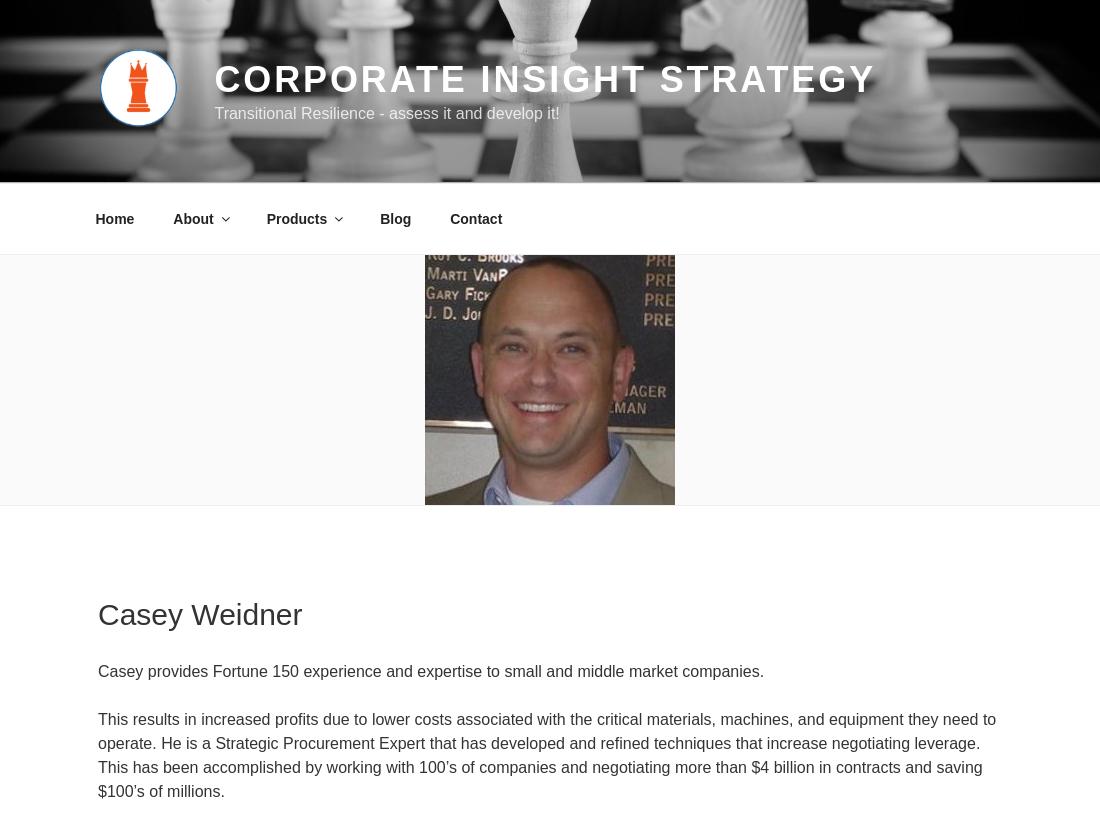  I want to click on 'Contact', so click(474, 217).